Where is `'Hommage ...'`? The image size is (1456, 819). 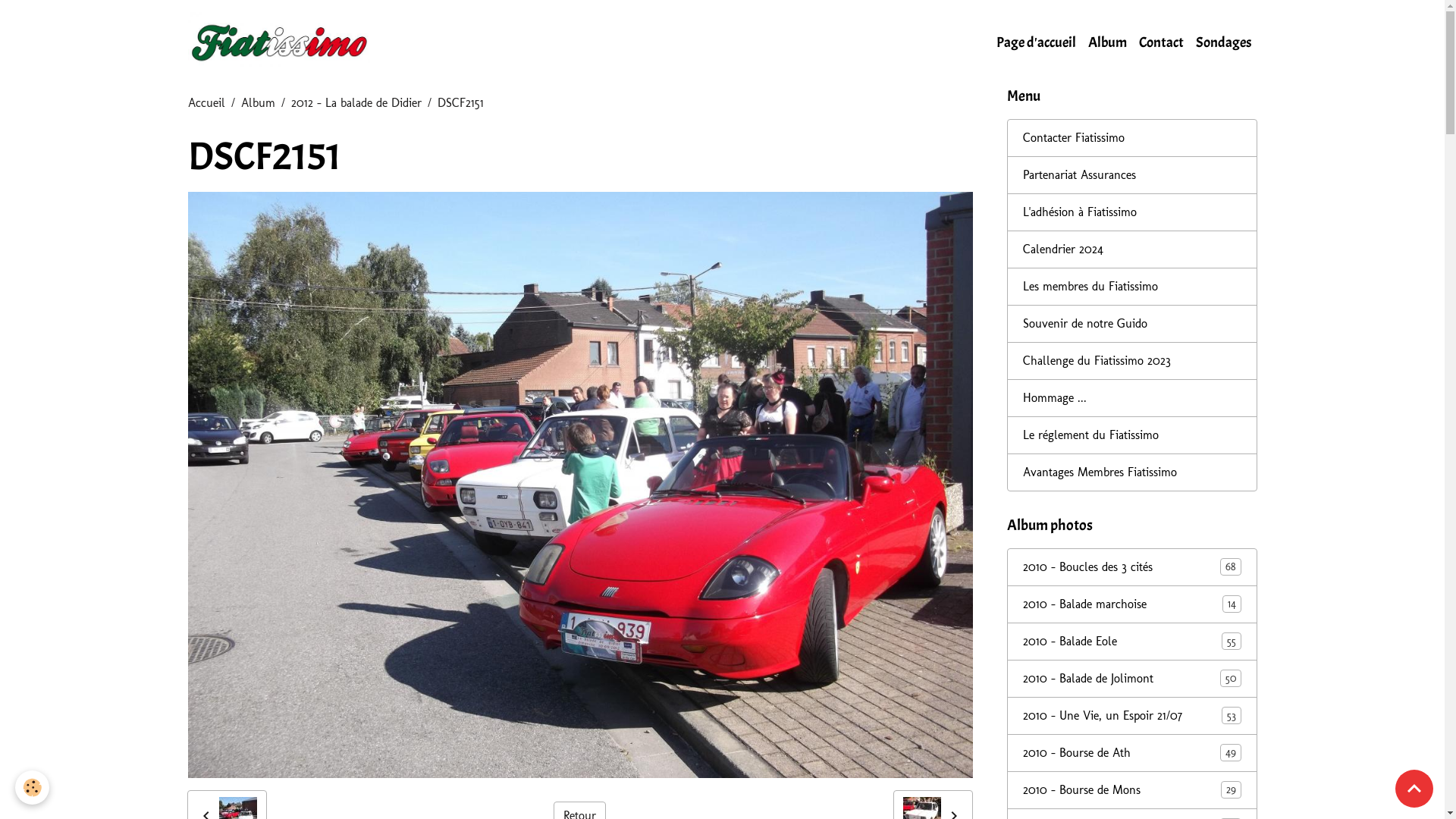 'Hommage ...' is located at coordinates (1131, 397).